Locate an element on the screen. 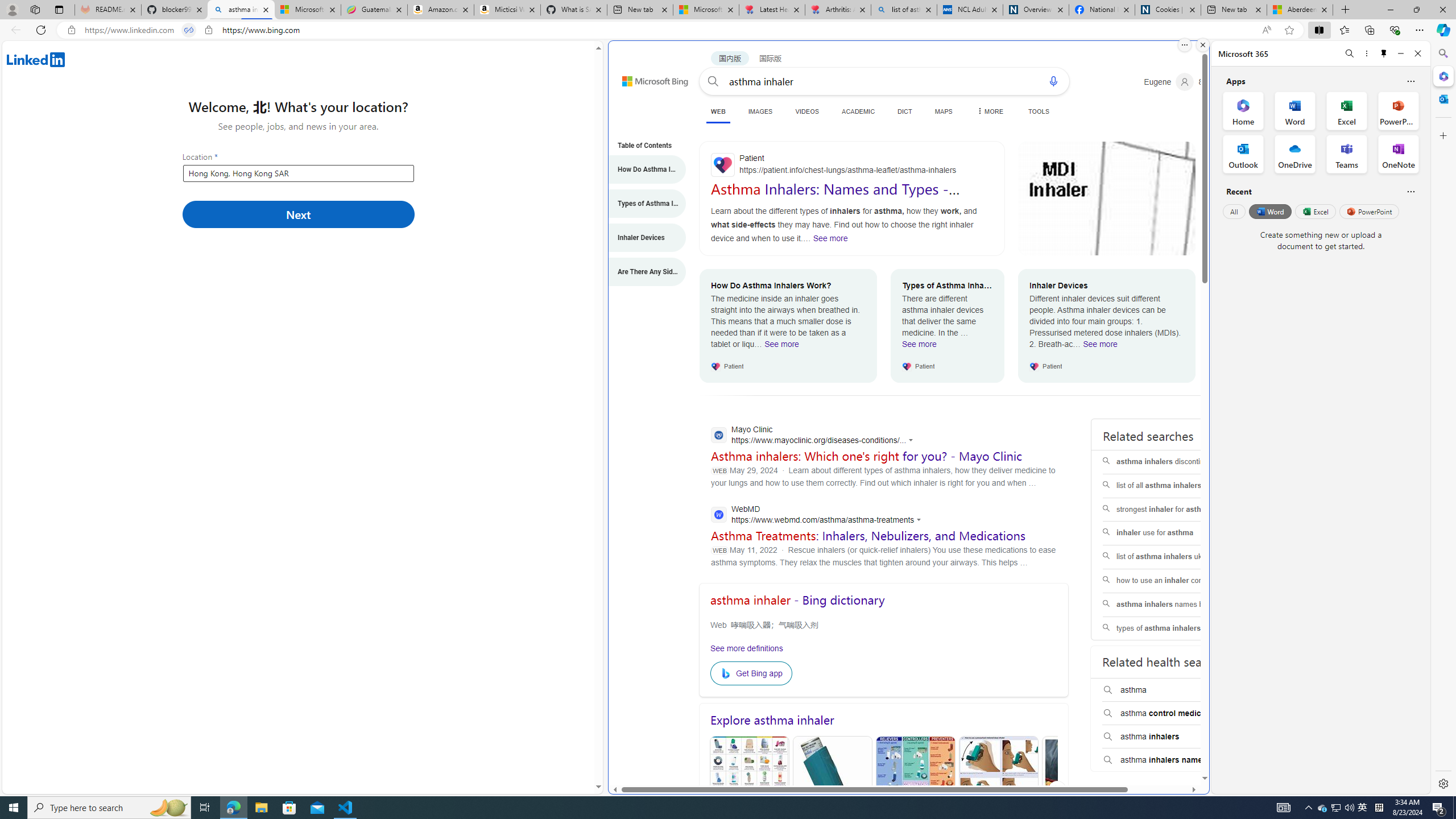  'Excel' is located at coordinates (1314, 211).